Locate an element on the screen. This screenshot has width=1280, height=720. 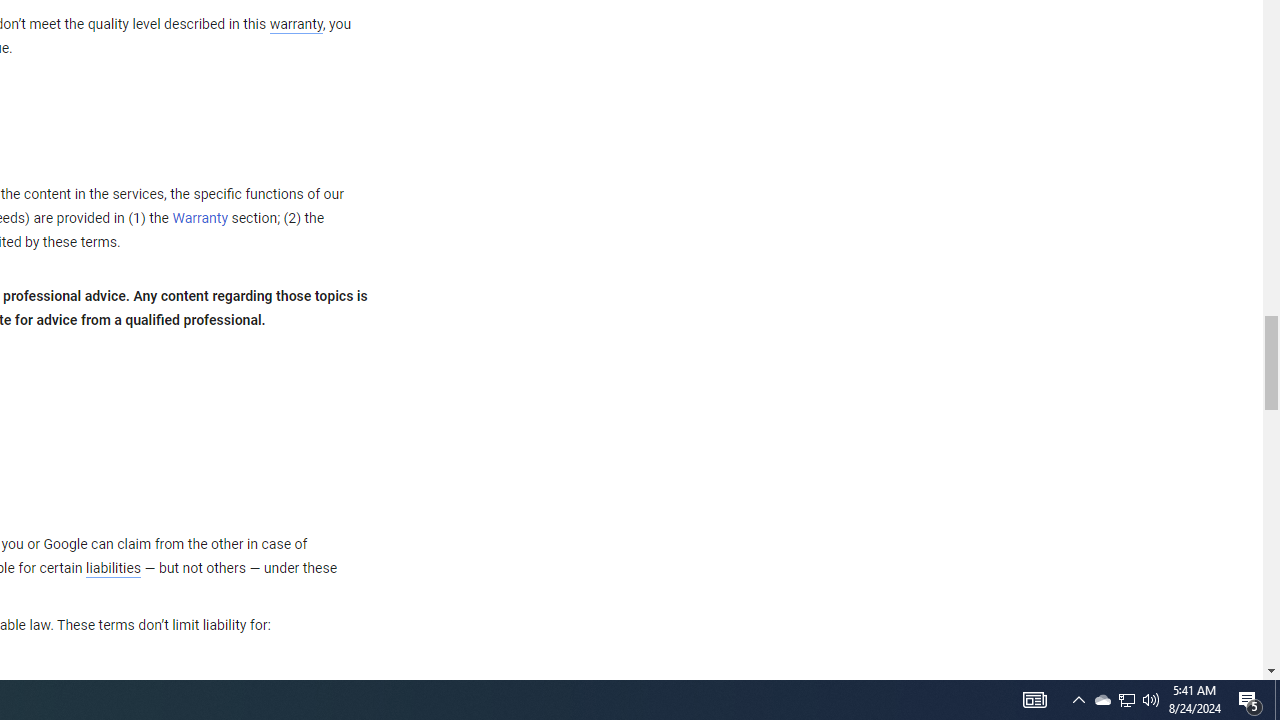
'liabilities' is located at coordinates (112, 568).